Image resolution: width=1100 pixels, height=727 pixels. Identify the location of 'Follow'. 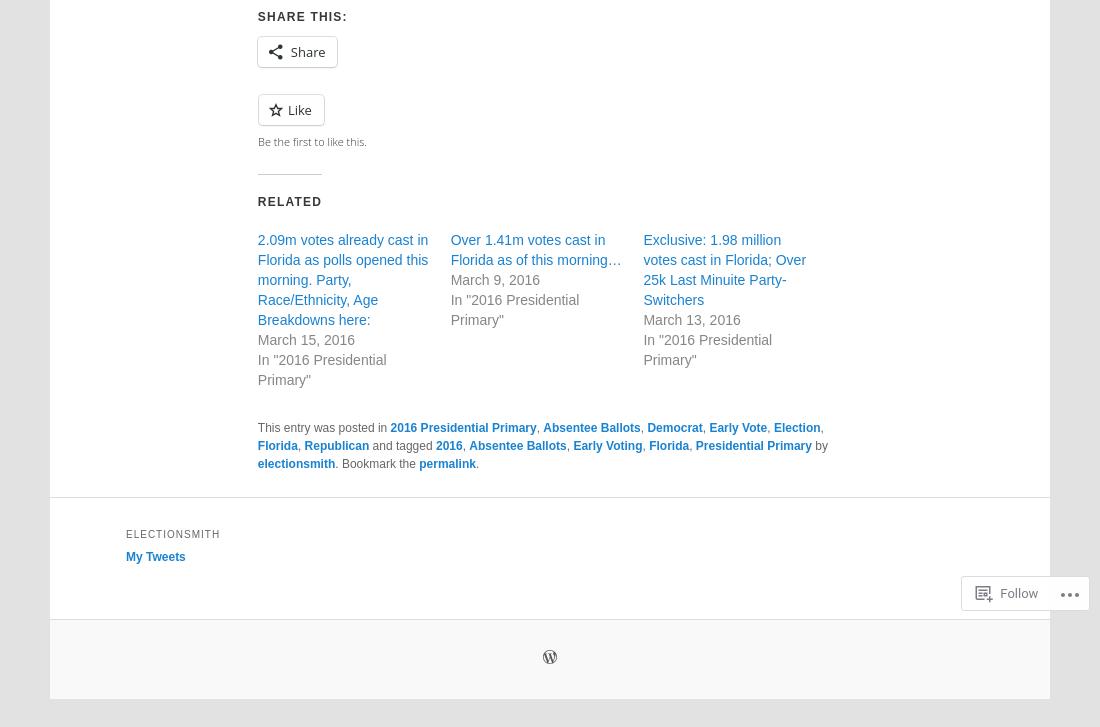
(1018, 517).